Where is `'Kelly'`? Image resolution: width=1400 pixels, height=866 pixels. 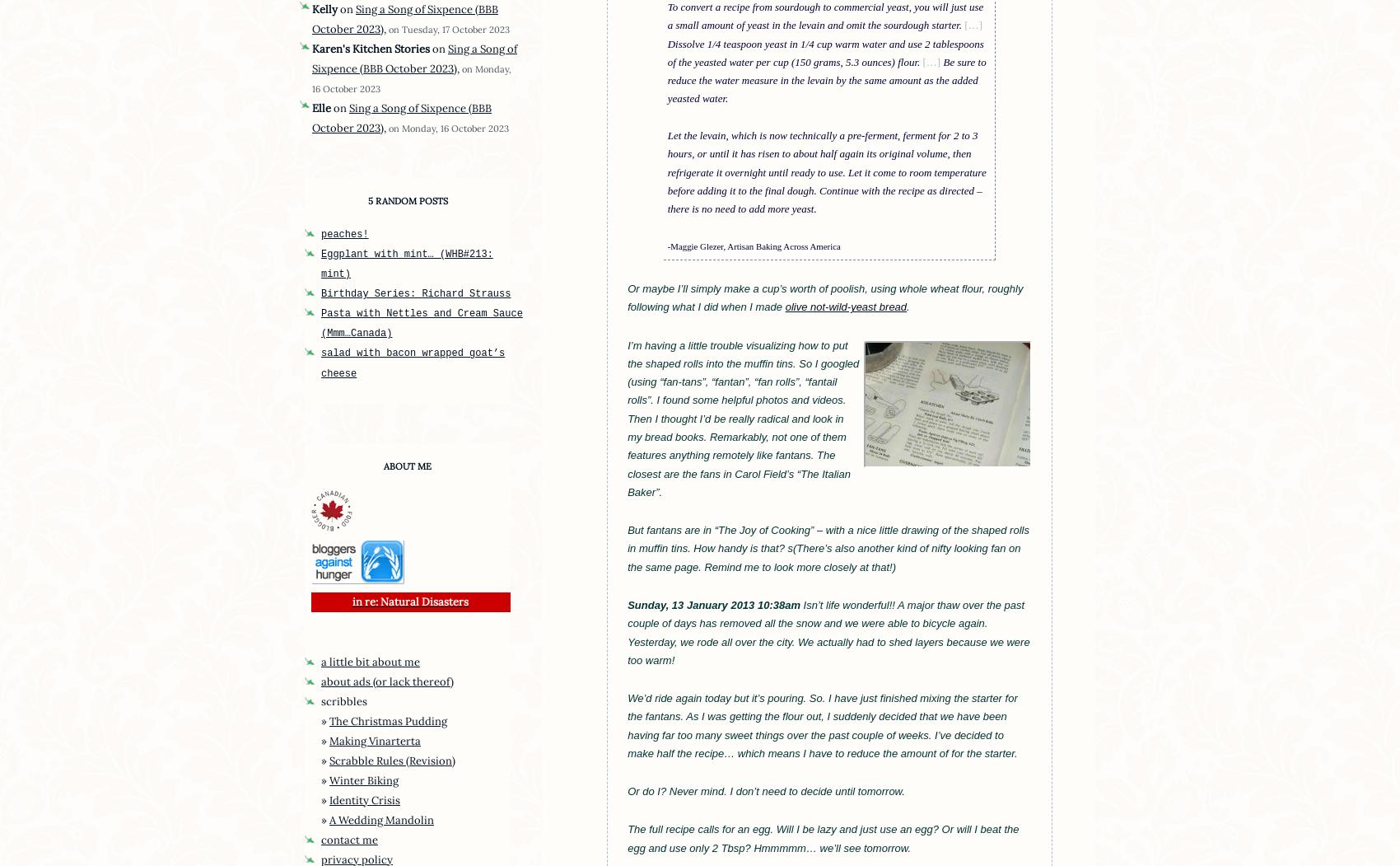 'Kelly' is located at coordinates (324, 8).